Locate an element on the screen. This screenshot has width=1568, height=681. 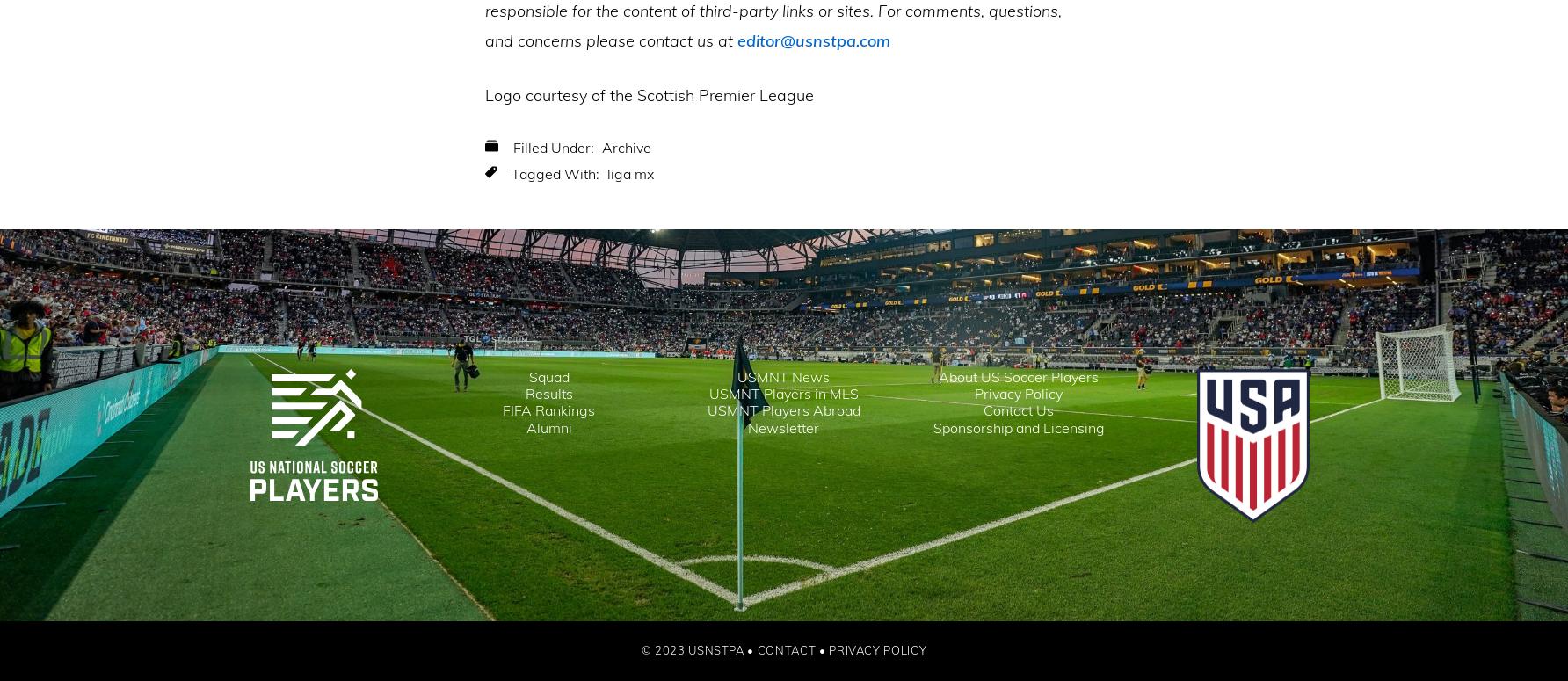
'liga mx' is located at coordinates (630, 174).